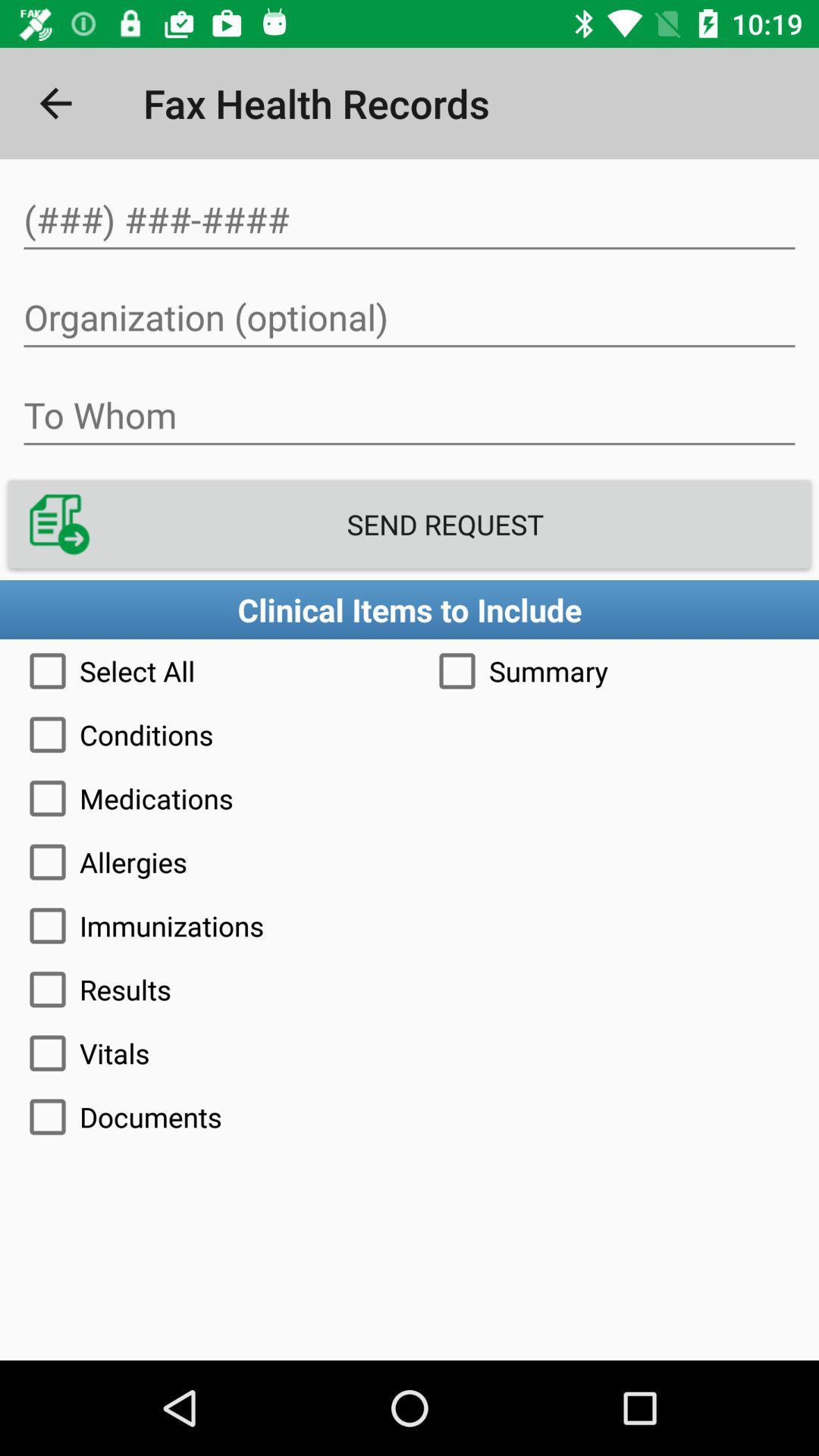  I want to click on organization optional, so click(409, 317).